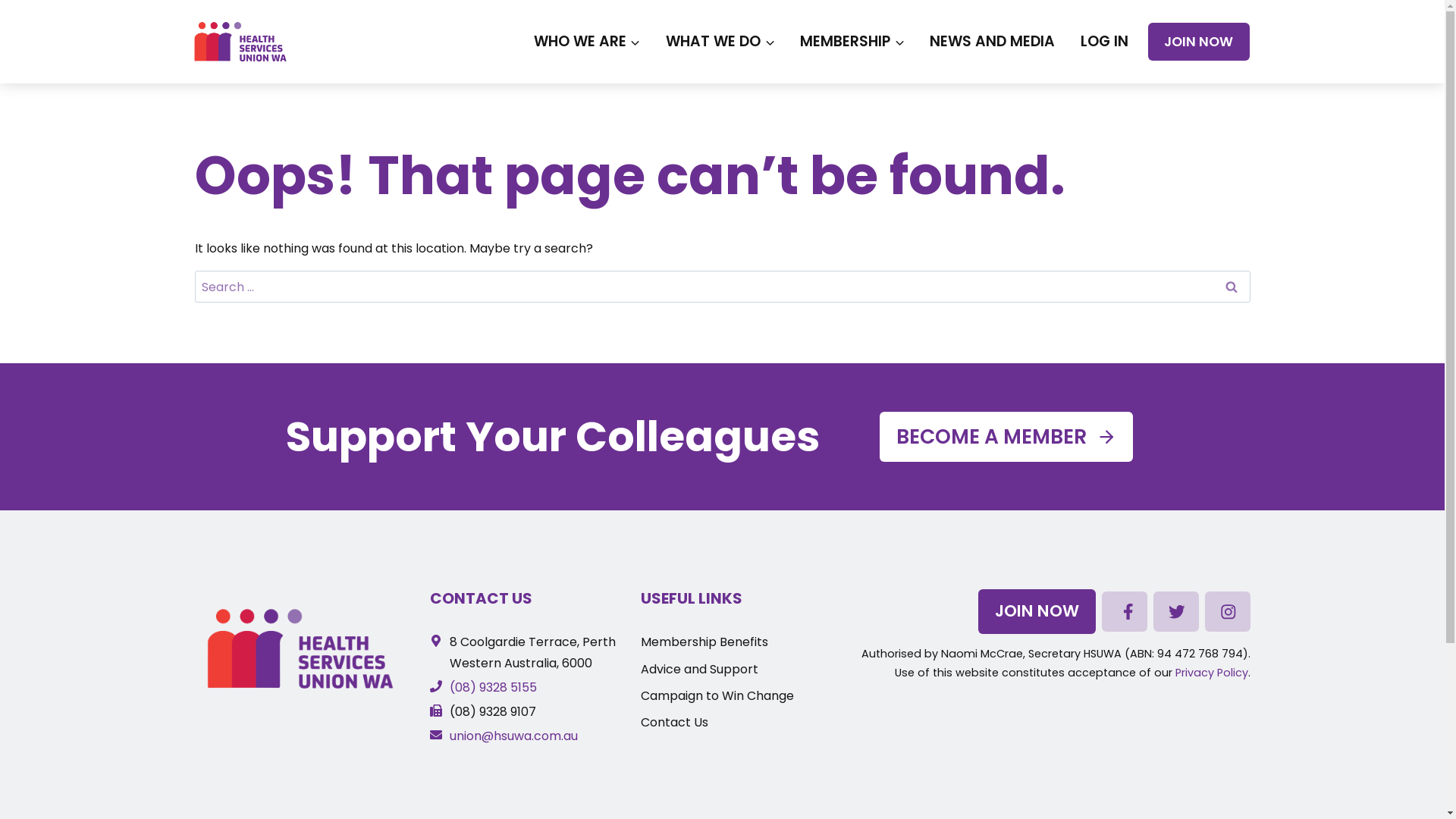 This screenshot has height=819, width=1456. I want to click on 'Advice and Support', so click(640, 668).